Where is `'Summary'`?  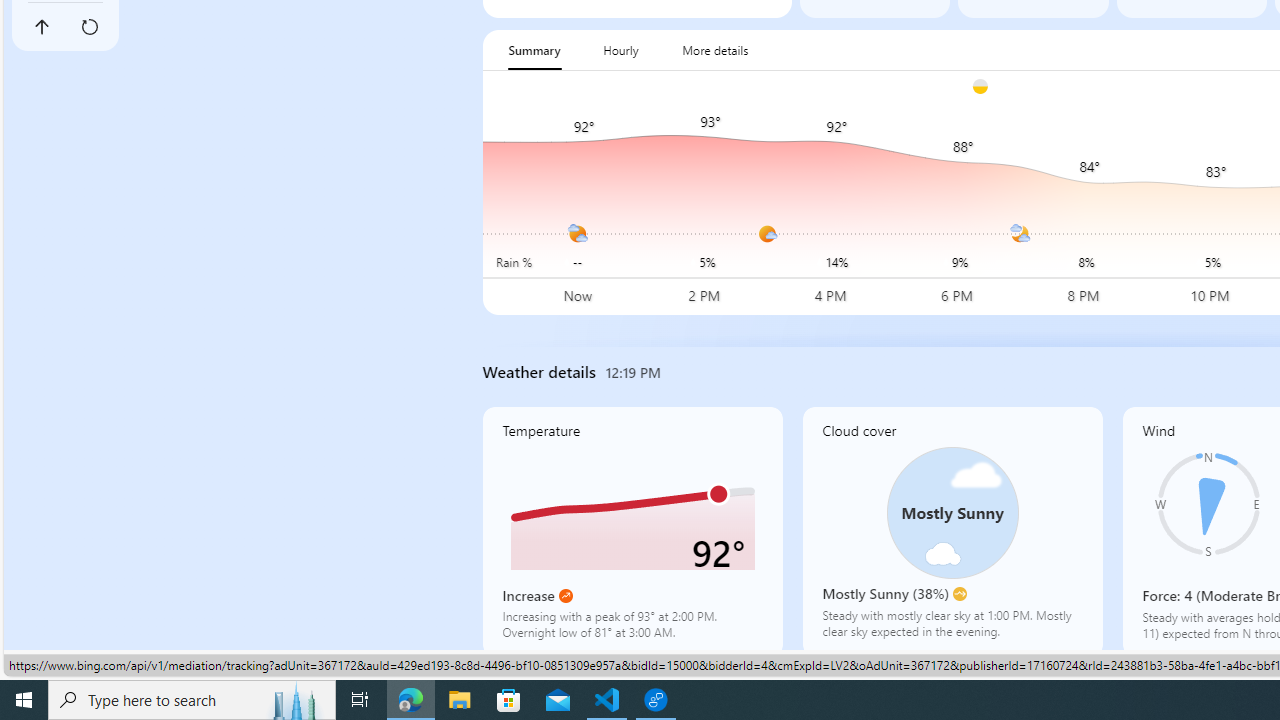
'Summary' is located at coordinates (534, 49).